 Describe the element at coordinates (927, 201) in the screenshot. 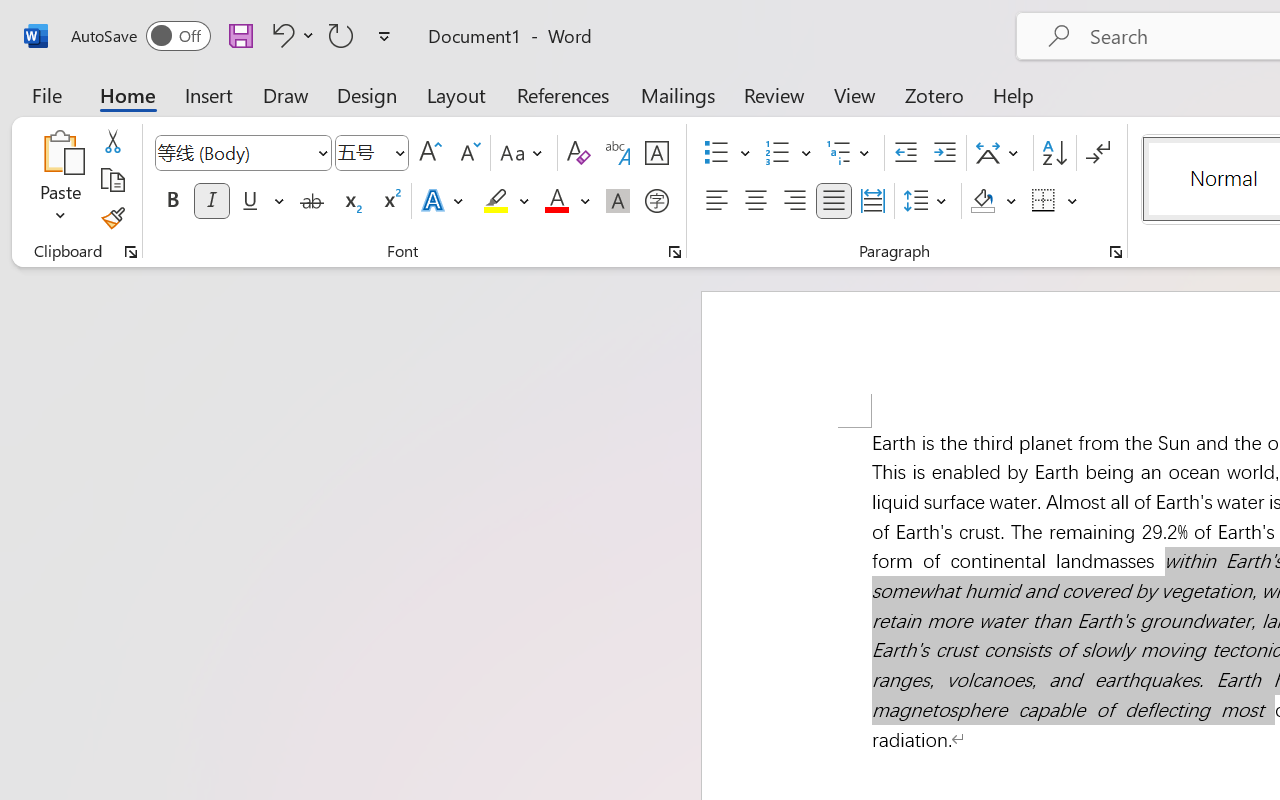

I see `'Line and Paragraph Spacing'` at that location.